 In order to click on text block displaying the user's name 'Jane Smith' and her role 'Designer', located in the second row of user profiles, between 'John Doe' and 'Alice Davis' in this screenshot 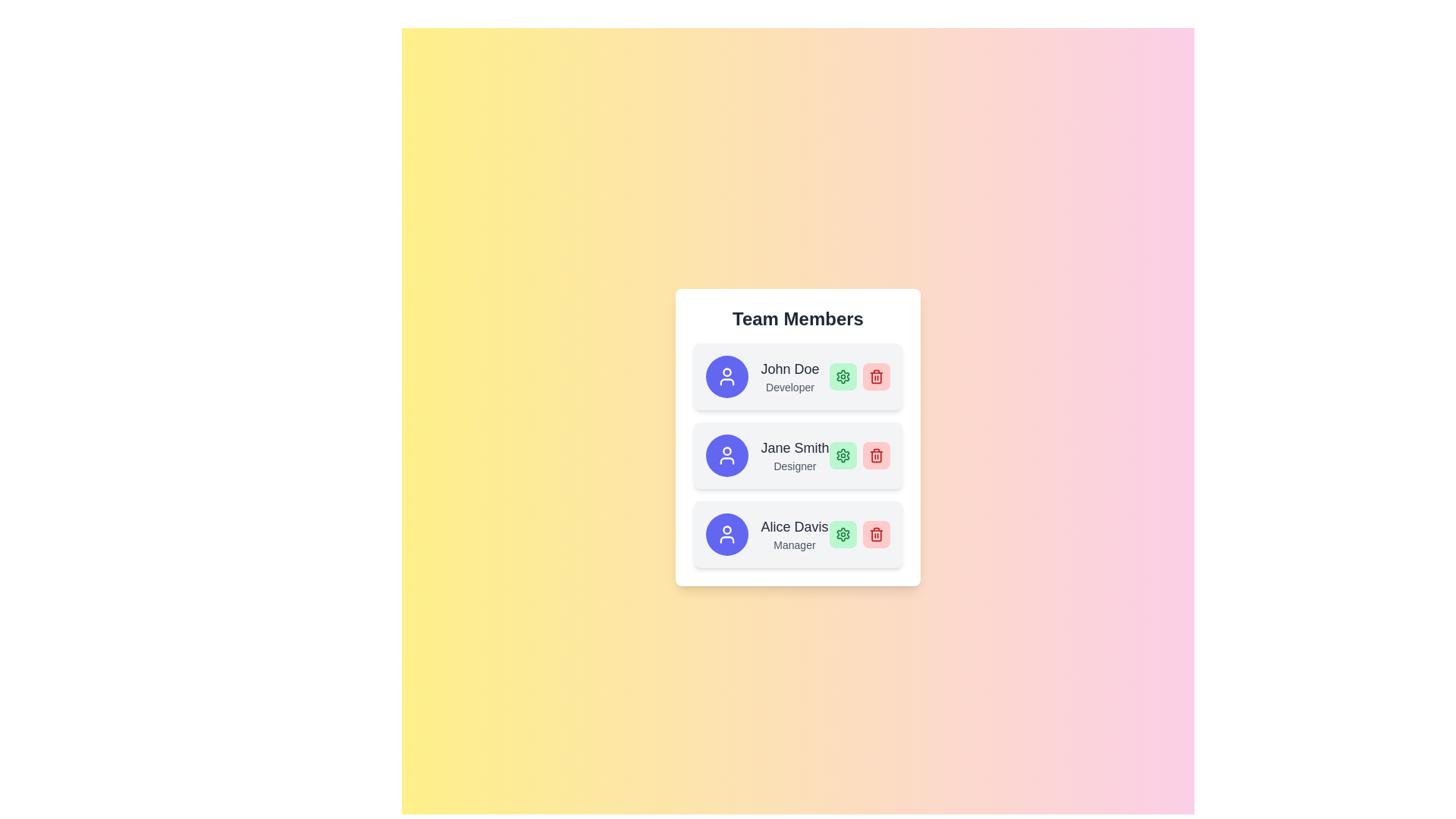, I will do `click(794, 455)`.